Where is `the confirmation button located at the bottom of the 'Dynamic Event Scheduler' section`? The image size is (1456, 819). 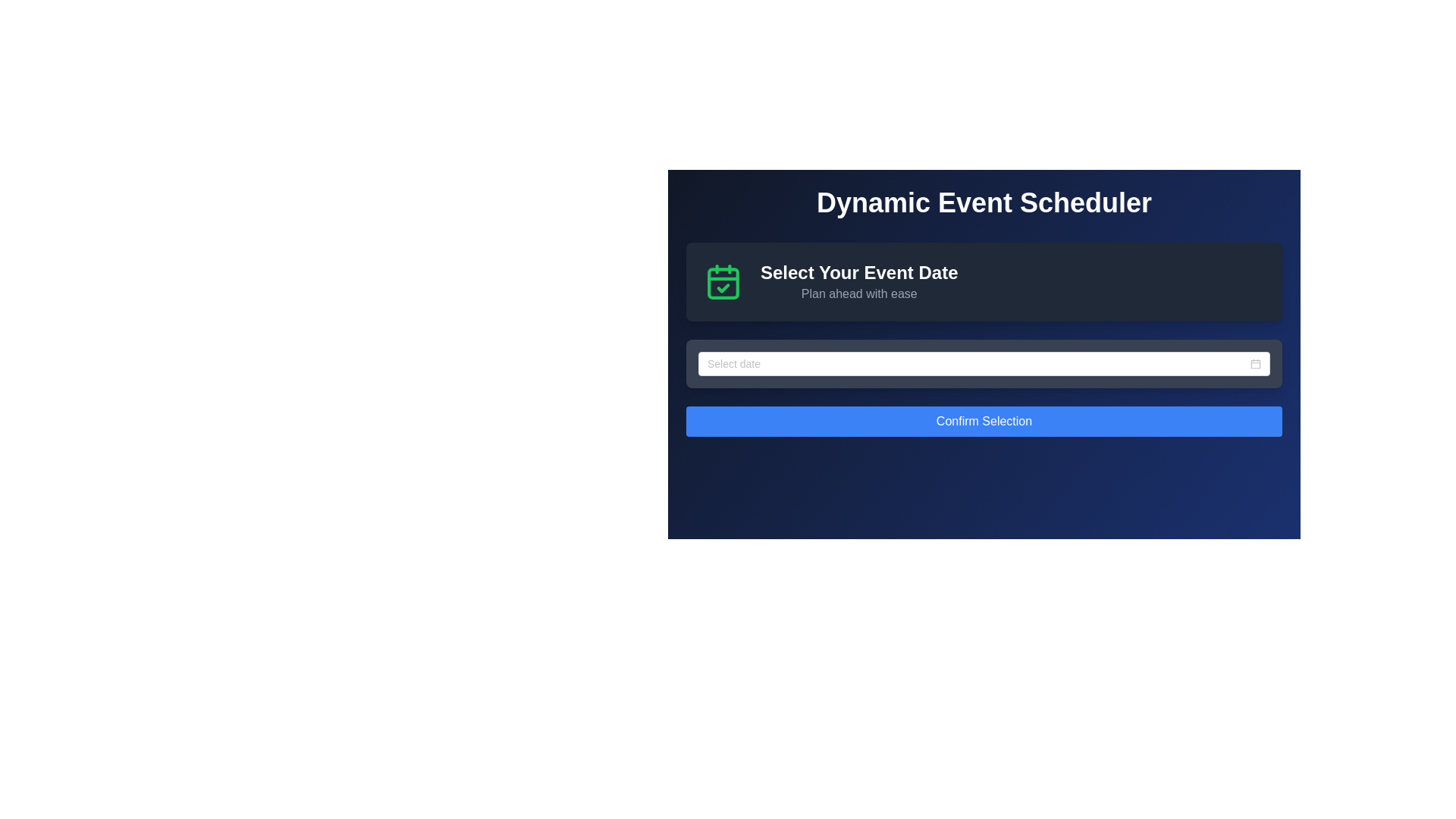
the confirmation button located at the bottom of the 'Dynamic Event Scheduler' section is located at coordinates (984, 421).